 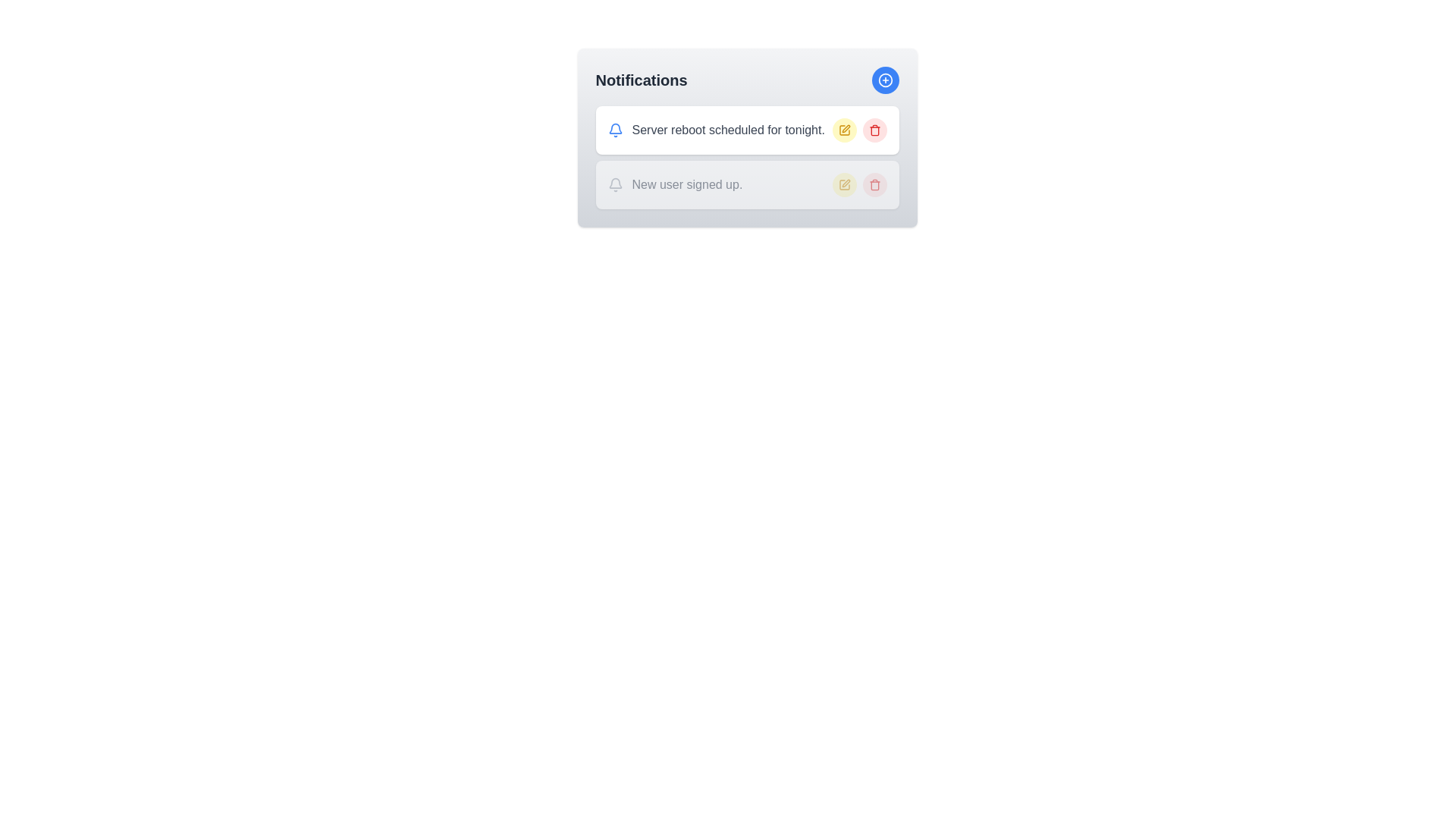 What do you see at coordinates (843, 130) in the screenshot?
I see `the circular yellow button with a pencil icon located directly to the right of the text 'Server reboot scheduled for tonight.'` at bounding box center [843, 130].